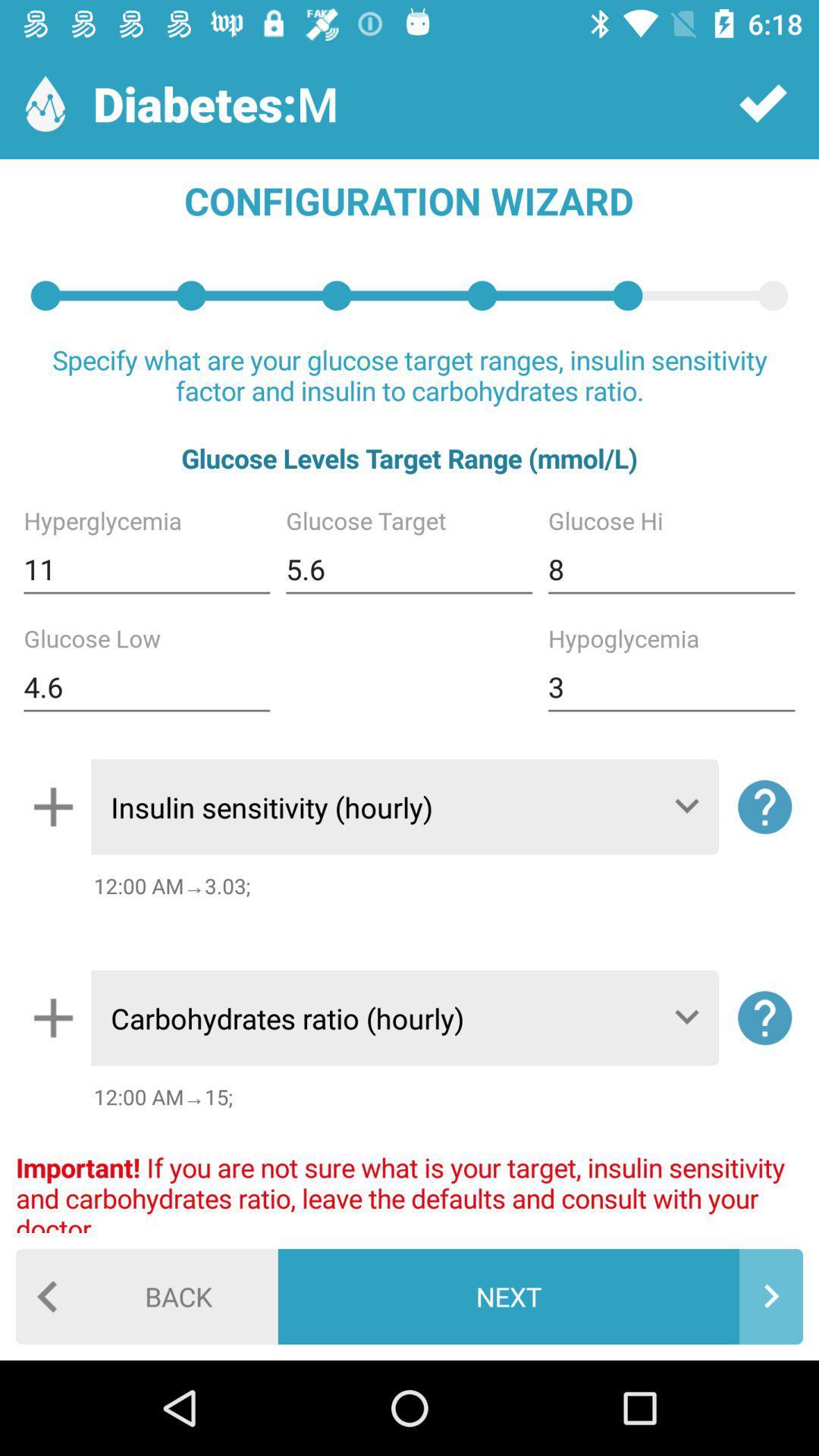 The image size is (819, 1456). What do you see at coordinates (539, 1295) in the screenshot?
I see `the next icon` at bounding box center [539, 1295].